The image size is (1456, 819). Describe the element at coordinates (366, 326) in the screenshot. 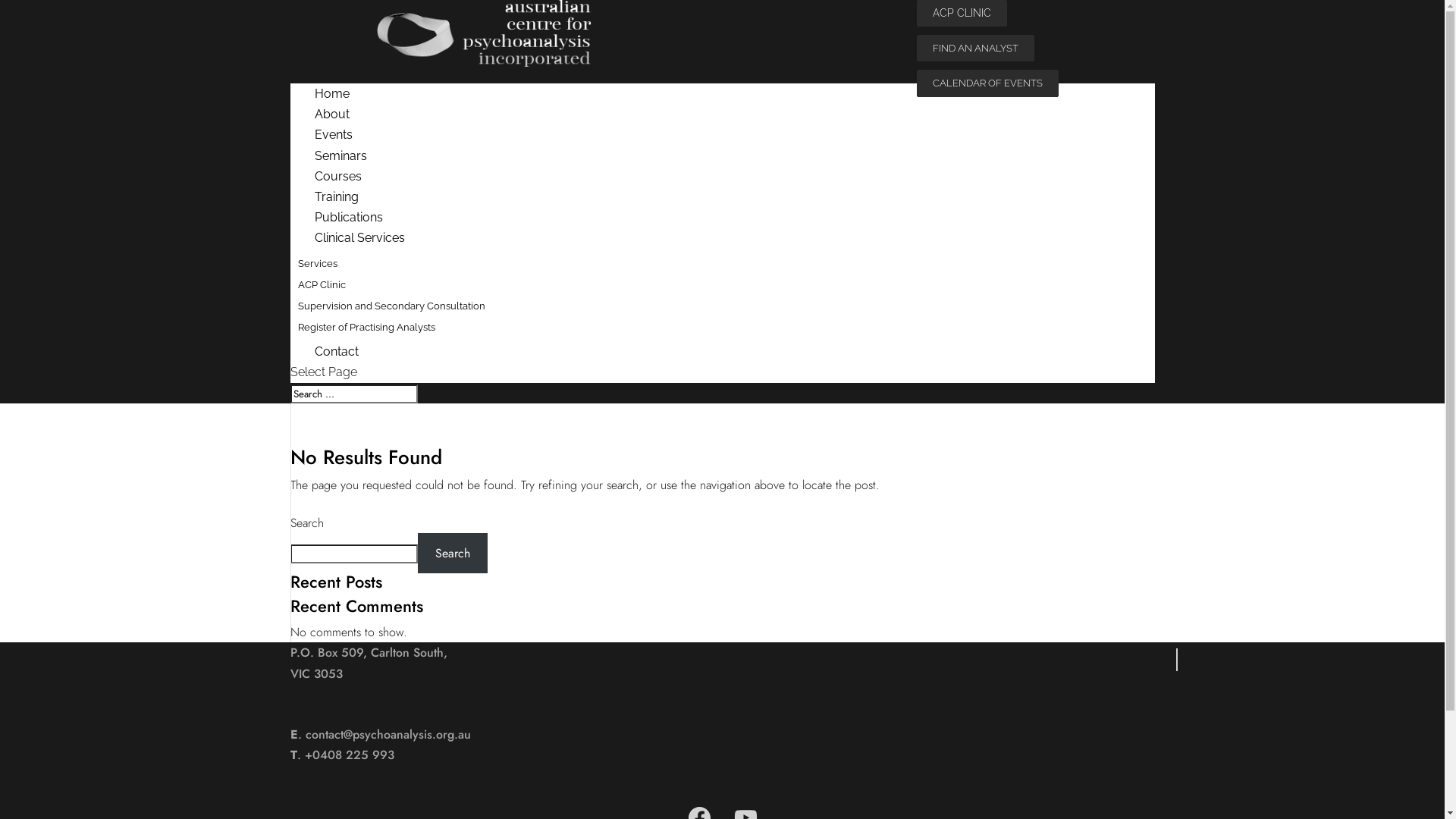

I see `'Register of Practising Analysts'` at that location.